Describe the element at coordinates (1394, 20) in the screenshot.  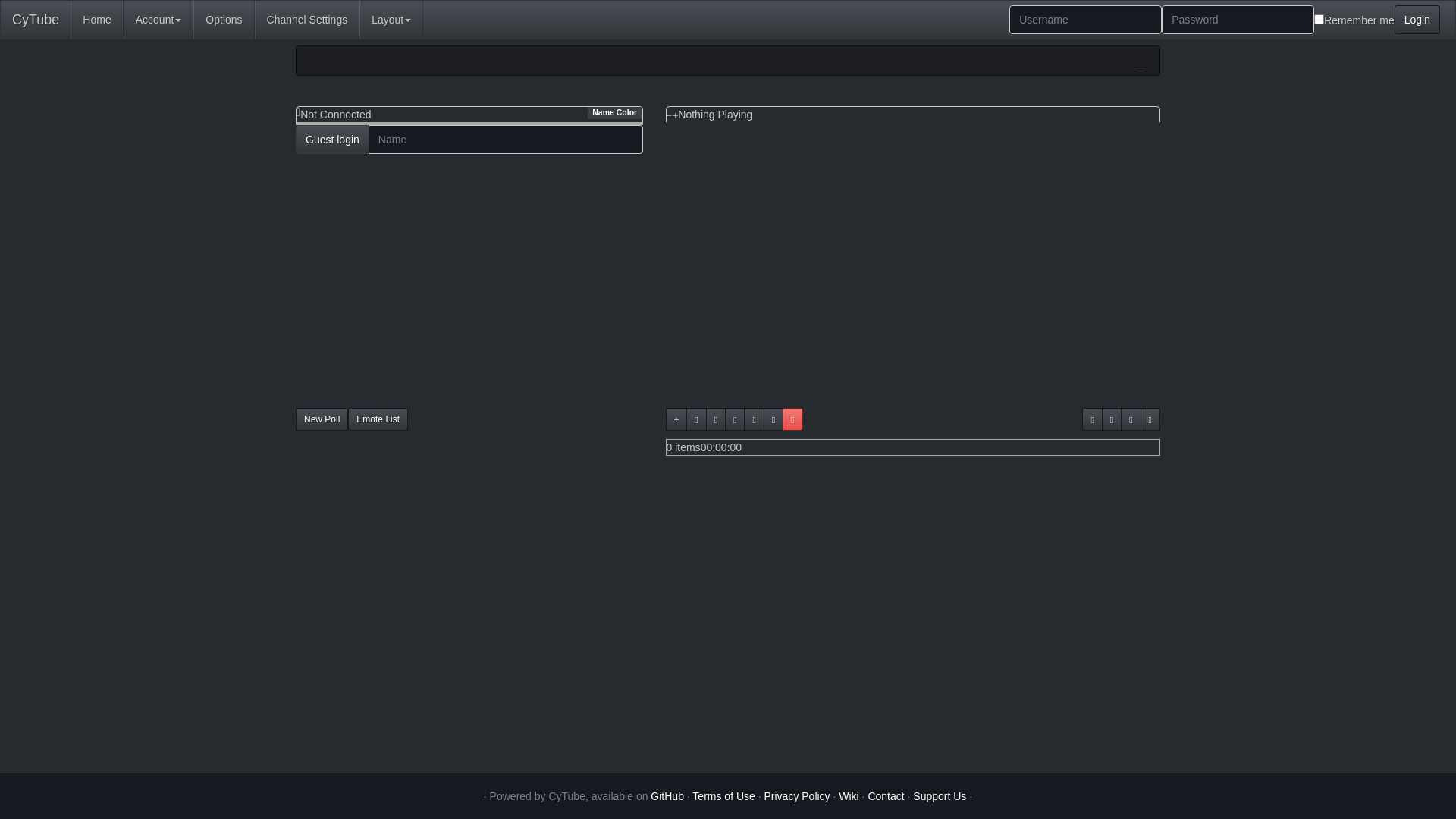
I see `'Login'` at that location.